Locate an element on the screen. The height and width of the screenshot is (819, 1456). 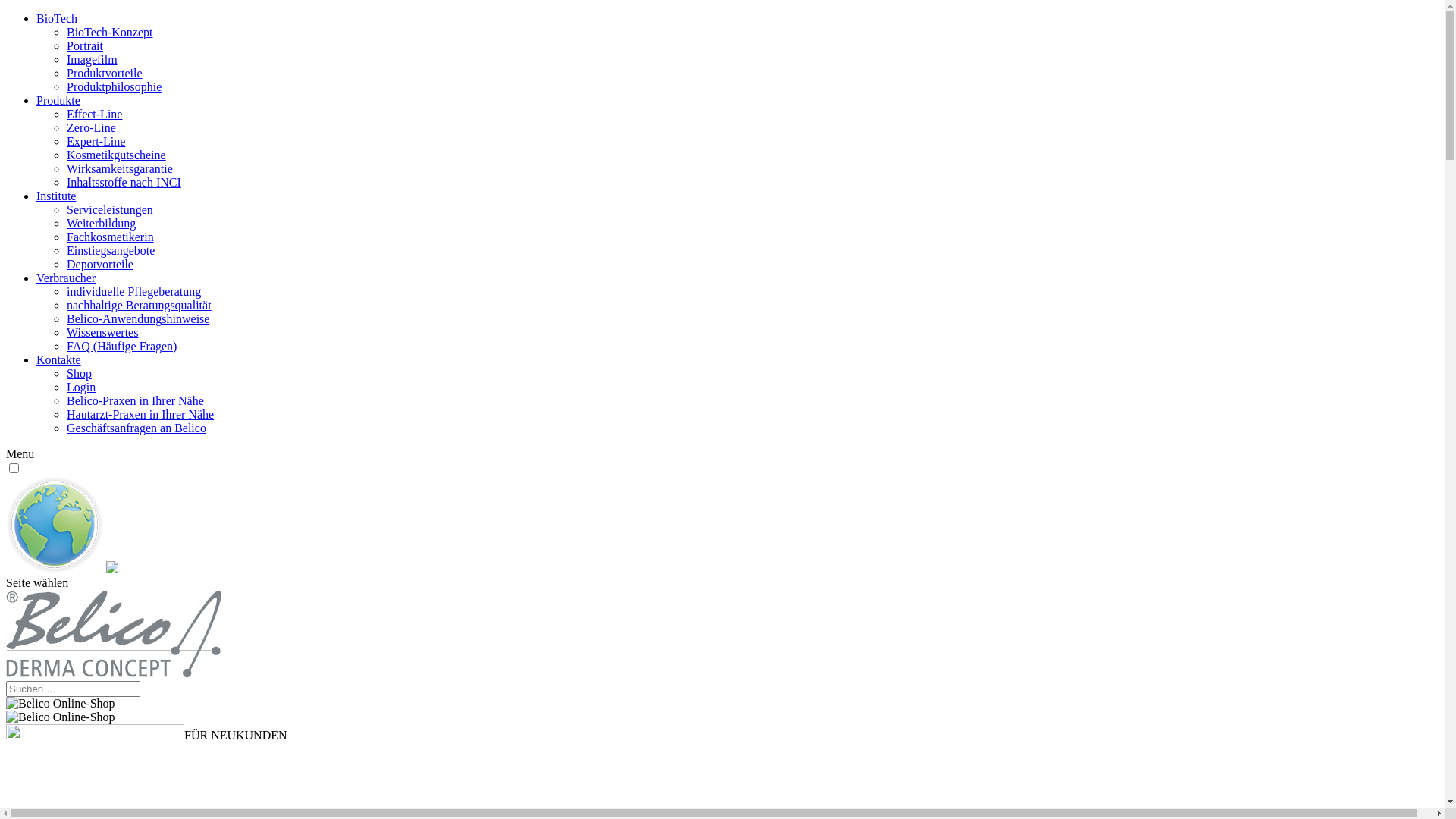
'Produktvorteile' is located at coordinates (65, 73).